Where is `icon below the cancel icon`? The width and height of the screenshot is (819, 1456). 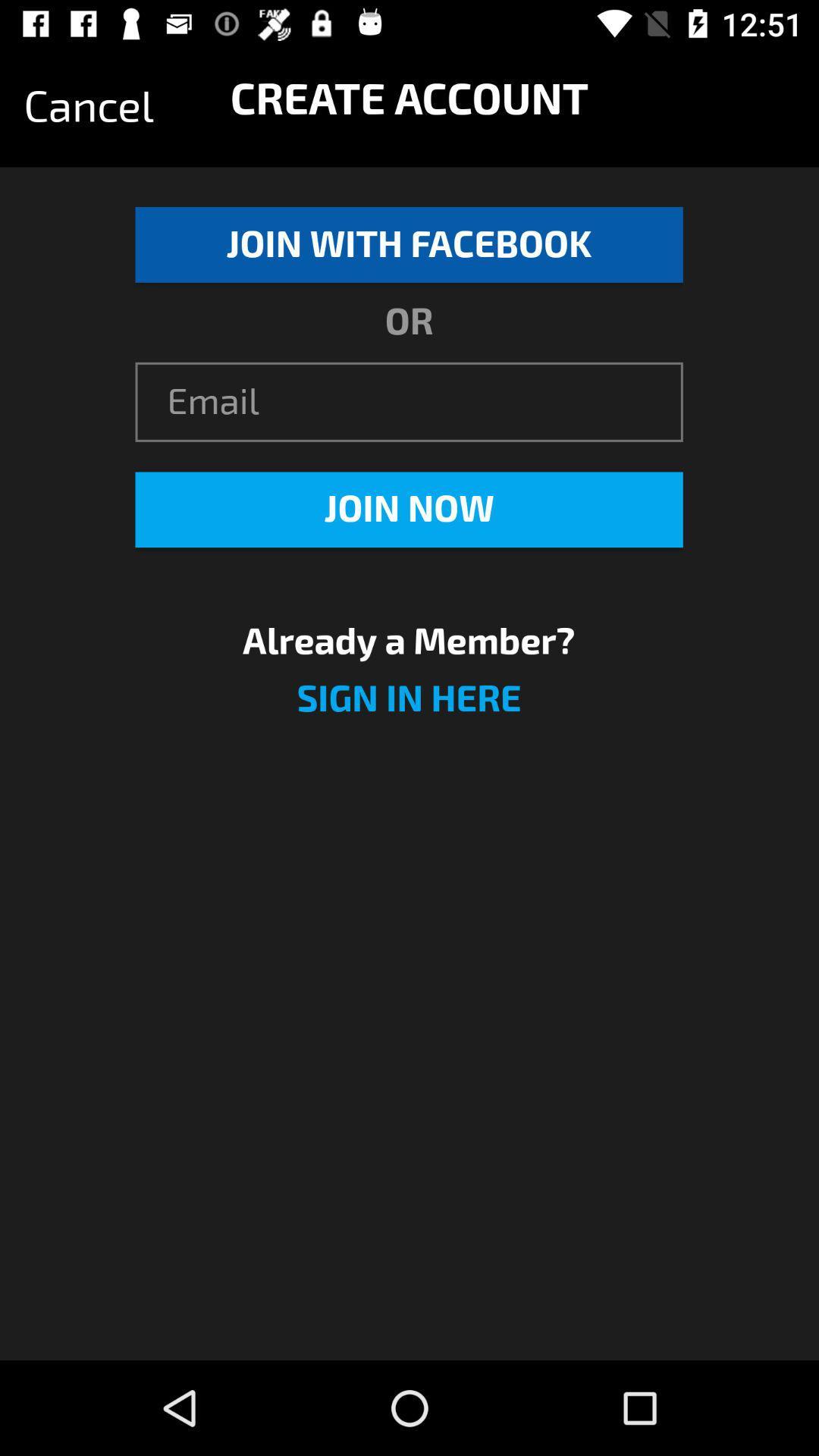 icon below the cancel icon is located at coordinates (408, 244).